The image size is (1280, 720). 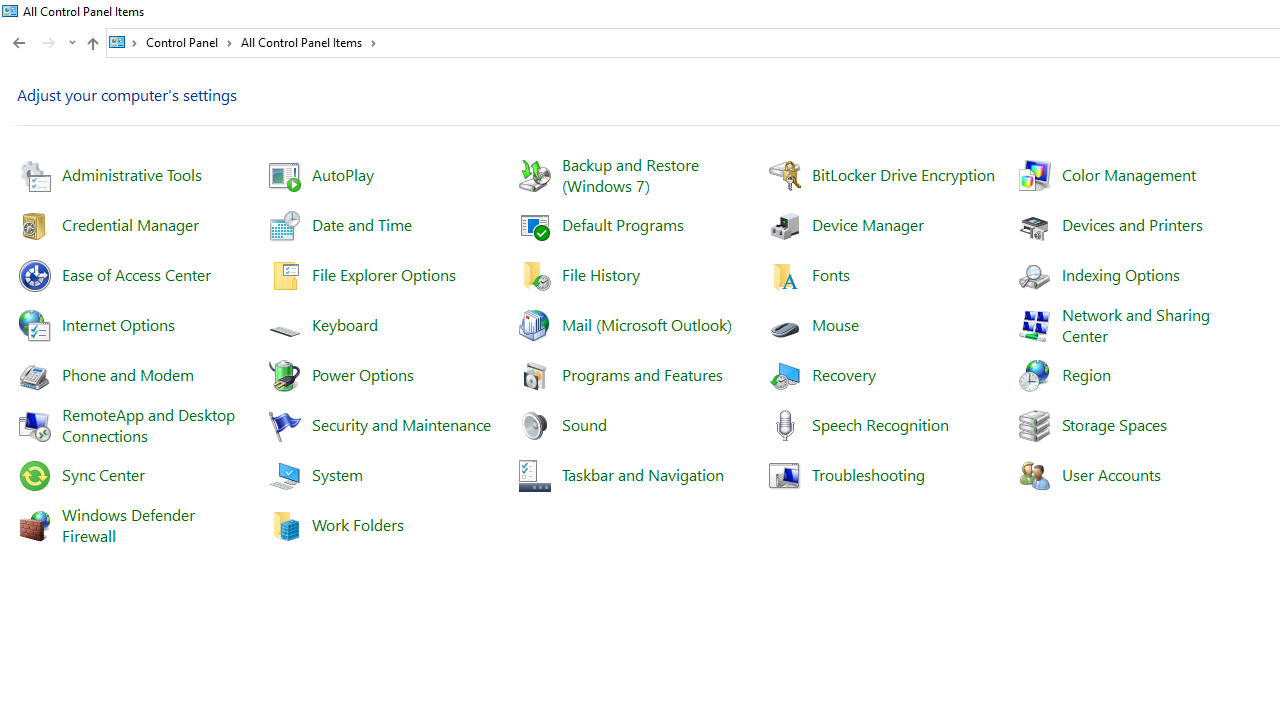 I want to click on 'Backup and Restore (Windows 7)', so click(x=631, y=173).